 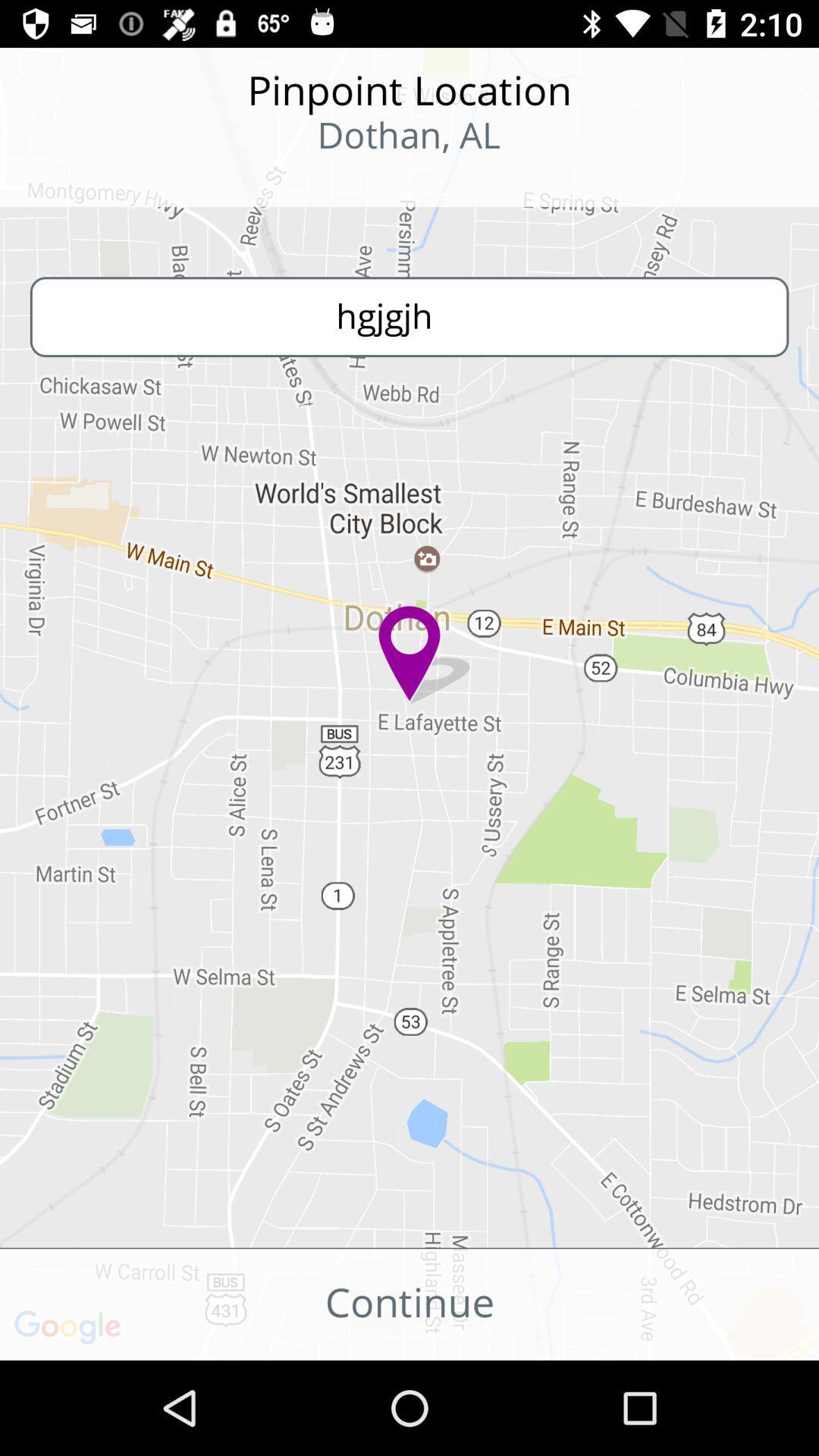 I want to click on the text hgjgjh, so click(x=409, y=315).